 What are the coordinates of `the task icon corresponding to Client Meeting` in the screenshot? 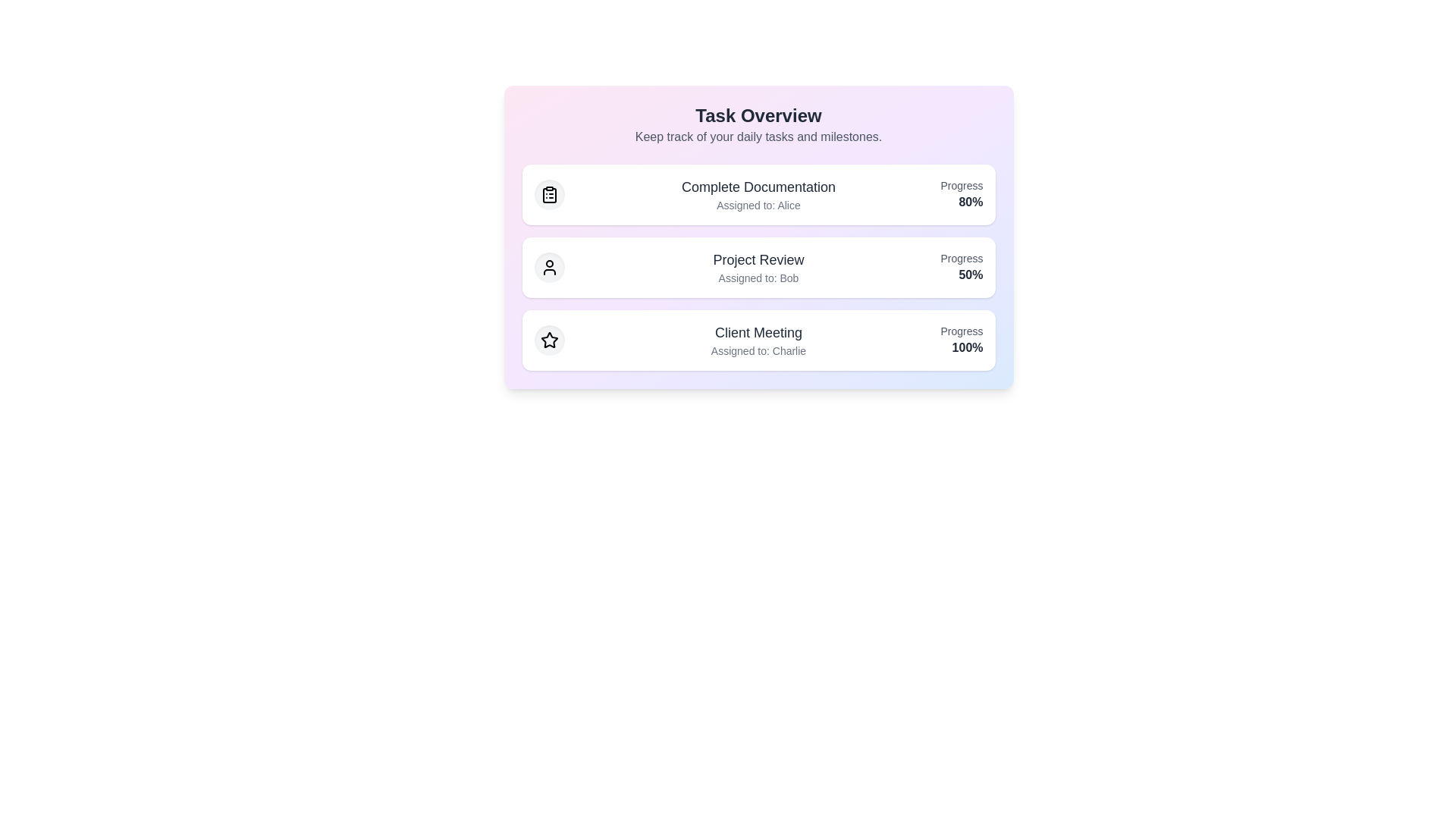 It's located at (548, 339).